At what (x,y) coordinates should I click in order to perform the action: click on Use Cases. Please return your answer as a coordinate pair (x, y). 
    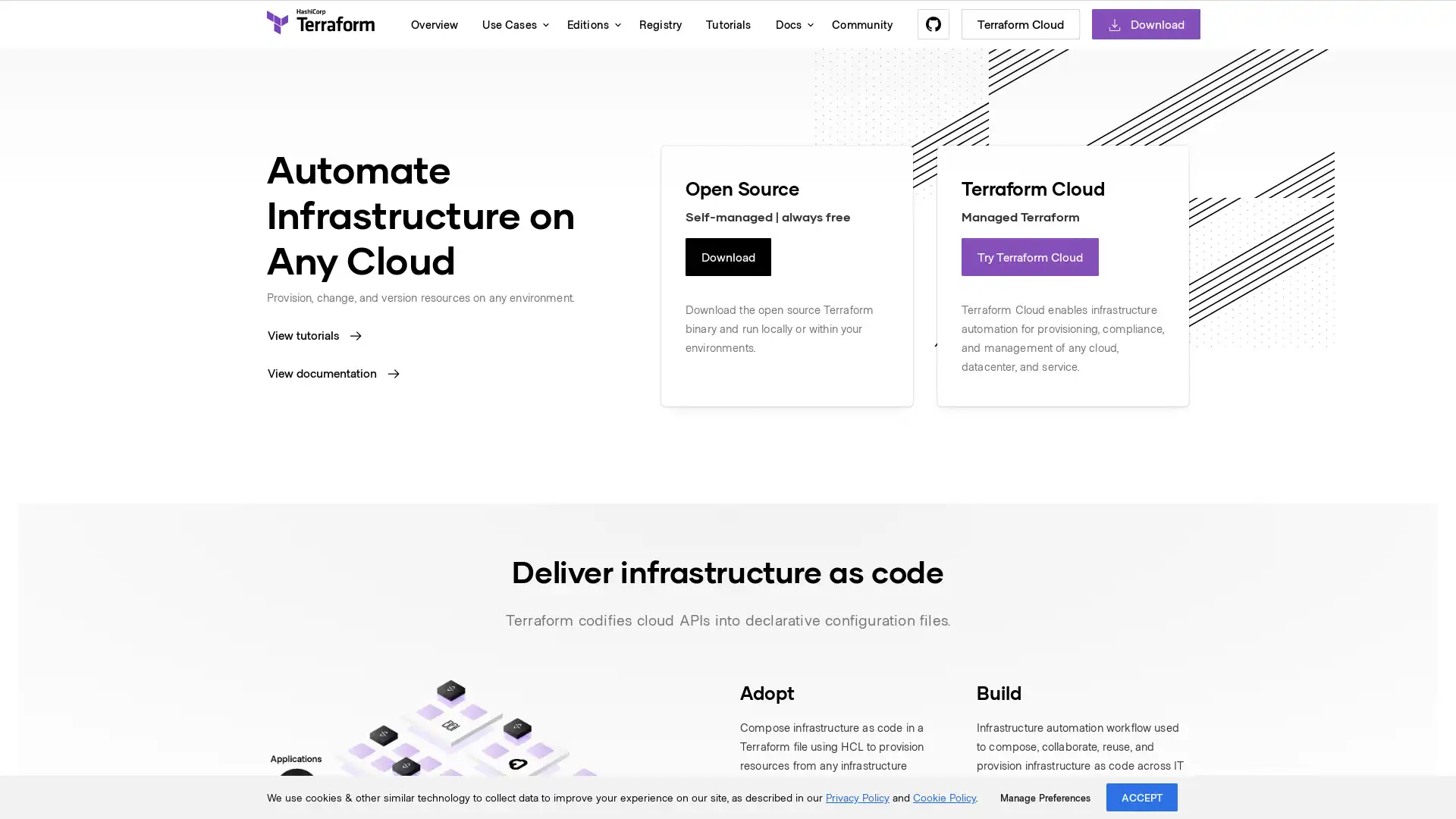
    Looking at the image, I should click on (512, 24).